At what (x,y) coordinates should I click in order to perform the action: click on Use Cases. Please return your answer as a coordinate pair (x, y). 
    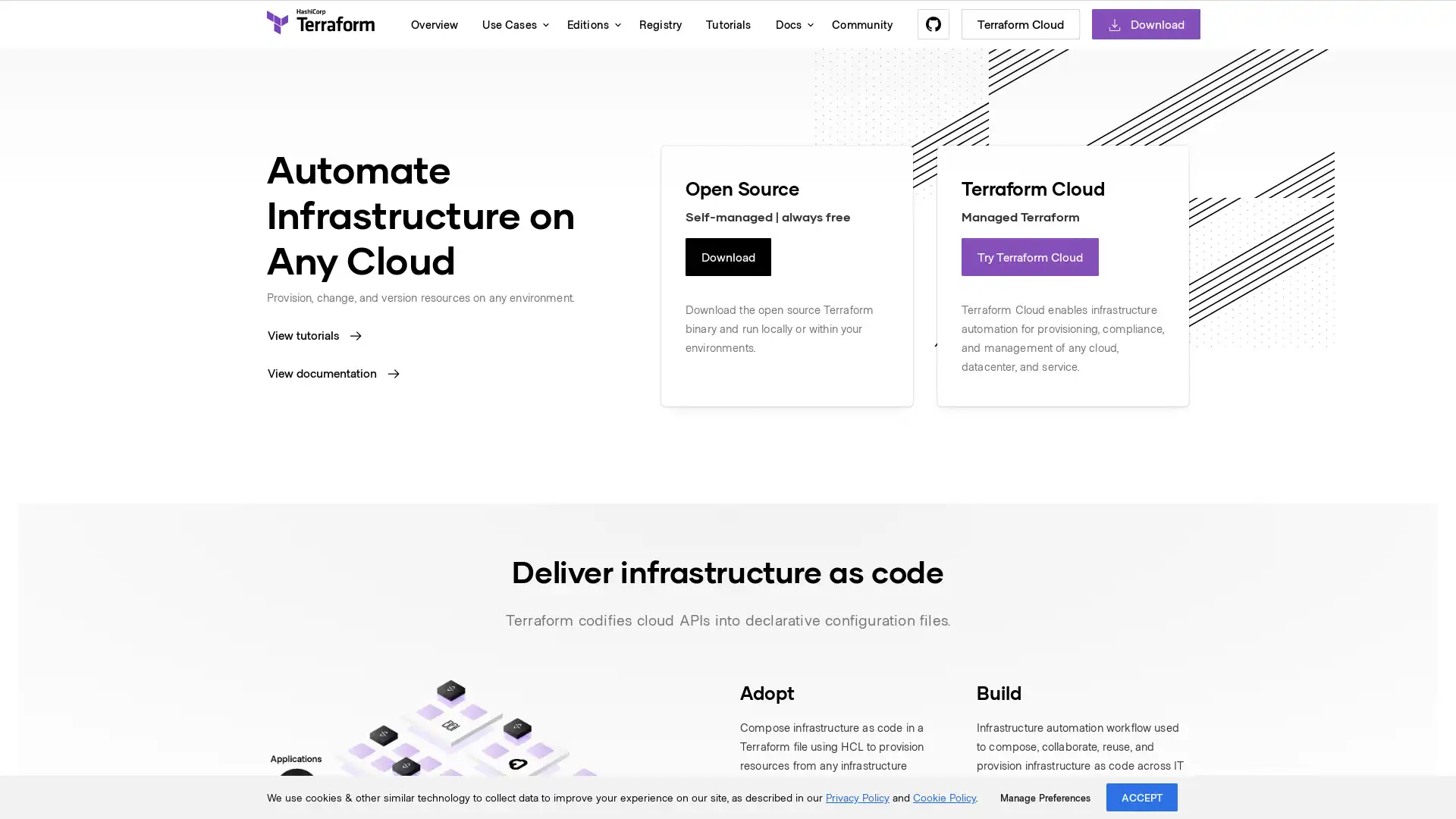
    Looking at the image, I should click on (512, 24).